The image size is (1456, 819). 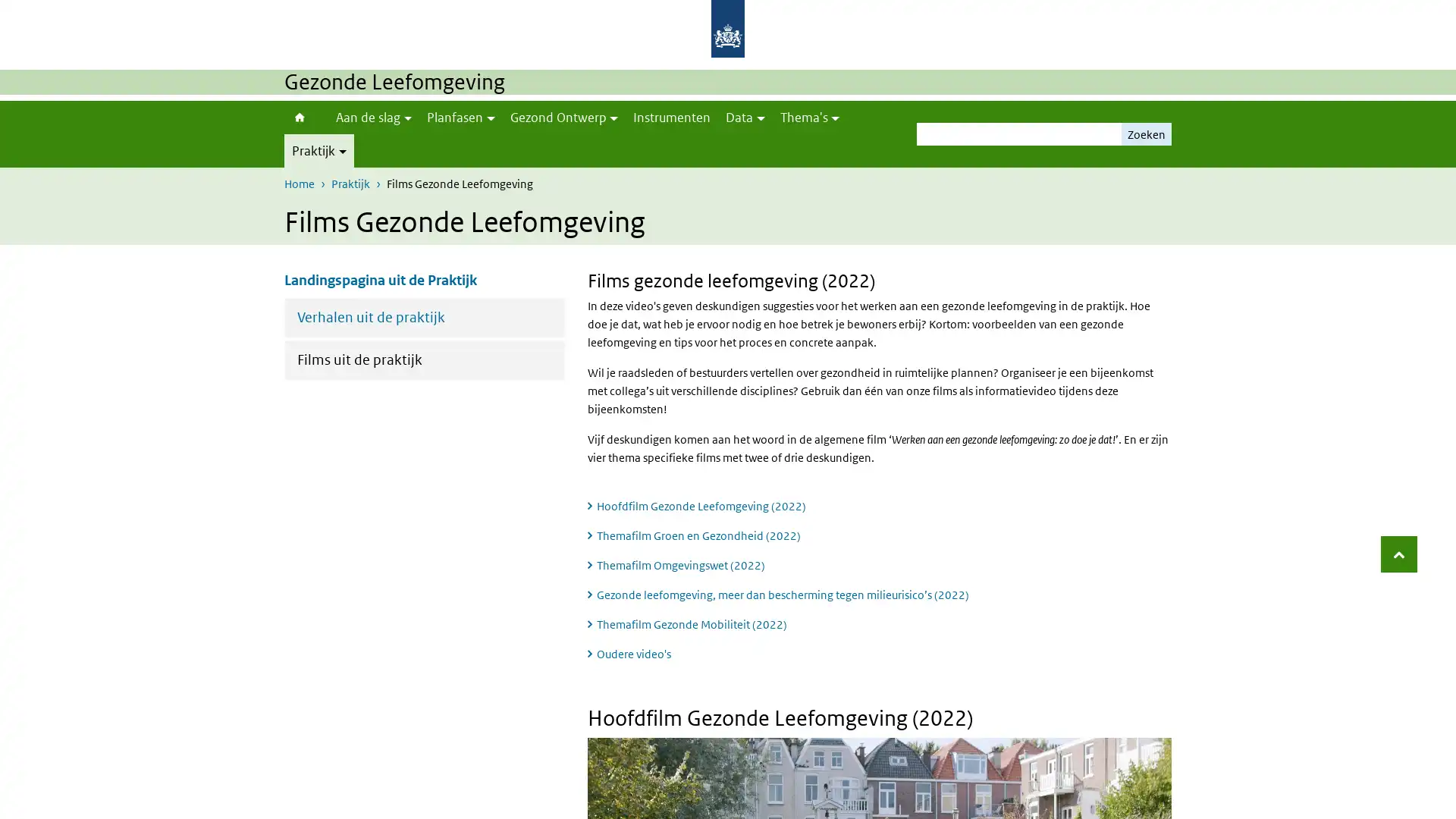 What do you see at coordinates (1147, 133) in the screenshot?
I see `Zoeken` at bounding box center [1147, 133].